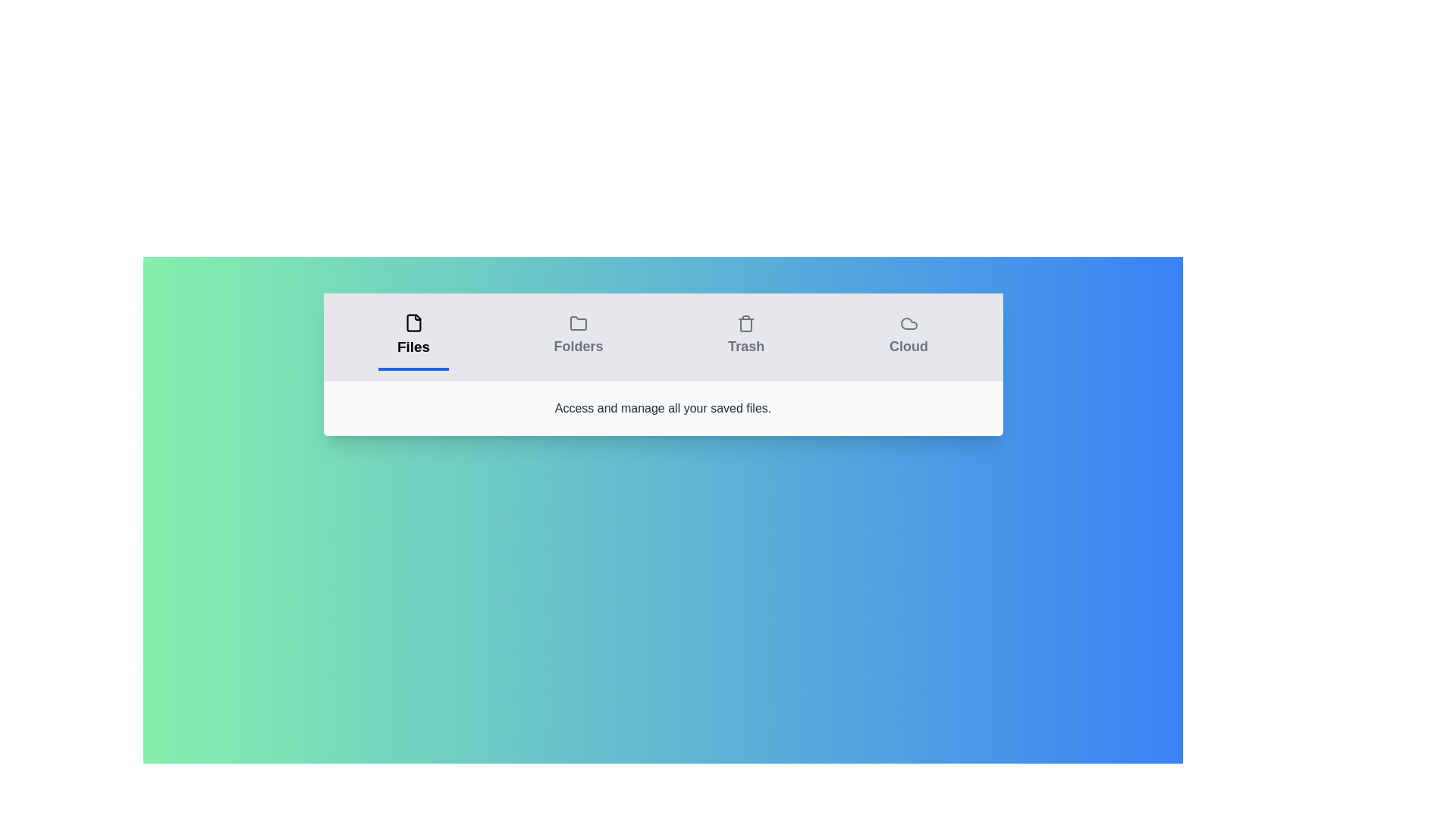 This screenshot has width=1456, height=819. I want to click on the 'Folders' tab to switch to the folder organization view, so click(578, 336).